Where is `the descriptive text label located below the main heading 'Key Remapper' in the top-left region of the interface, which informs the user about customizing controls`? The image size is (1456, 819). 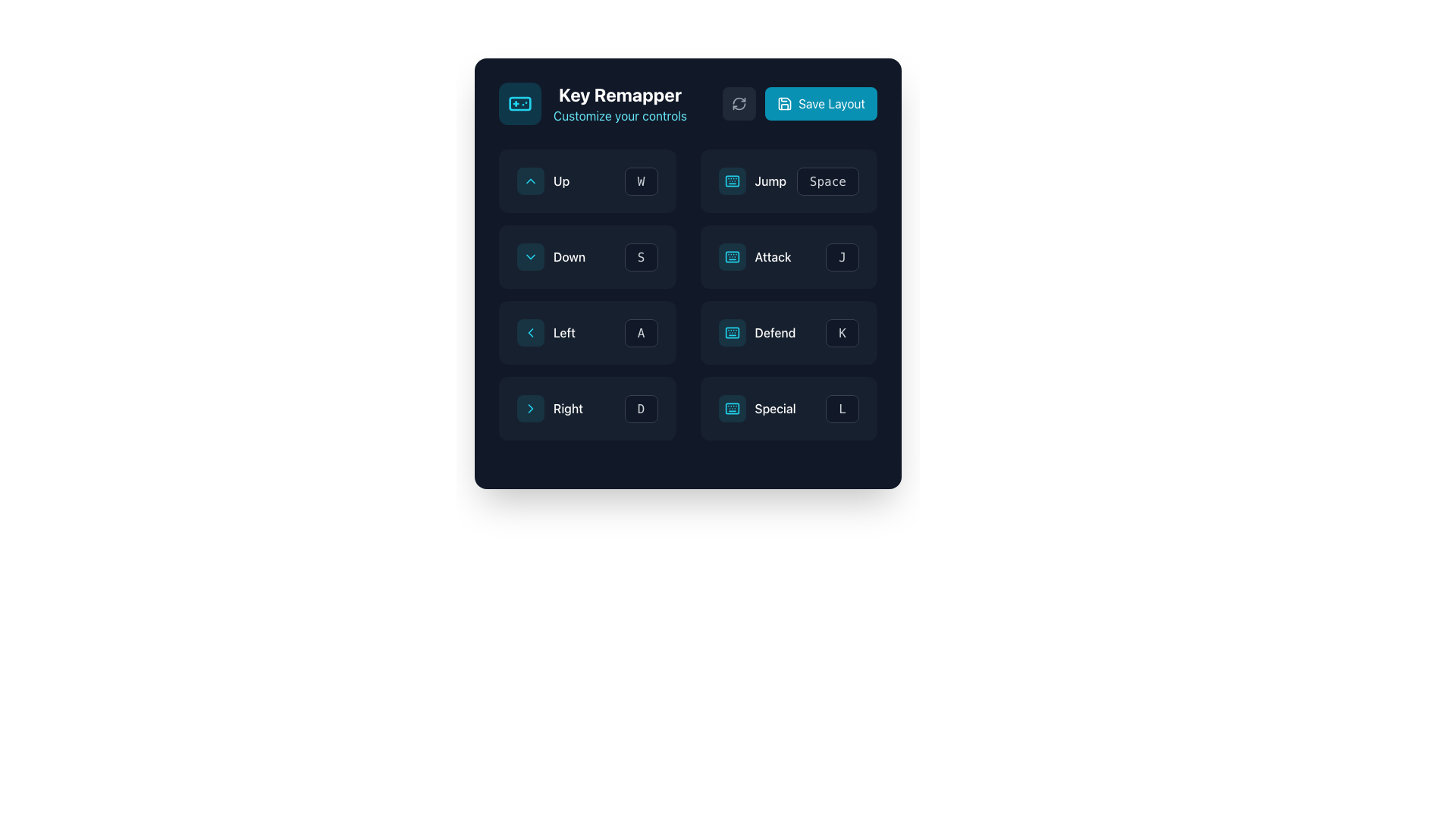
the descriptive text label located below the main heading 'Key Remapper' in the top-left region of the interface, which informs the user about customizing controls is located at coordinates (620, 115).